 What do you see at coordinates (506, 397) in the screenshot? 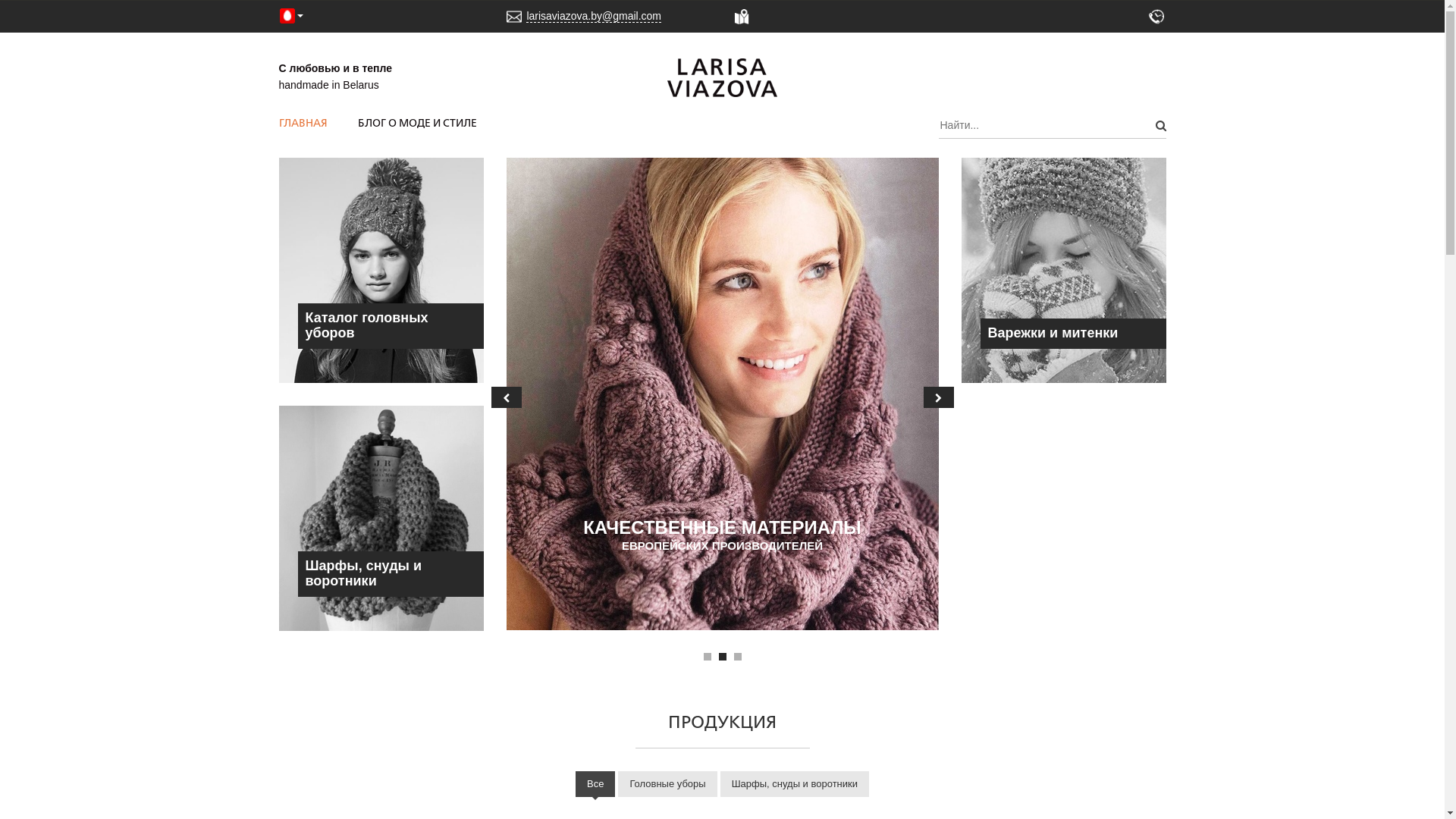
I see `'Previous'` at bounding box center [506, 397].